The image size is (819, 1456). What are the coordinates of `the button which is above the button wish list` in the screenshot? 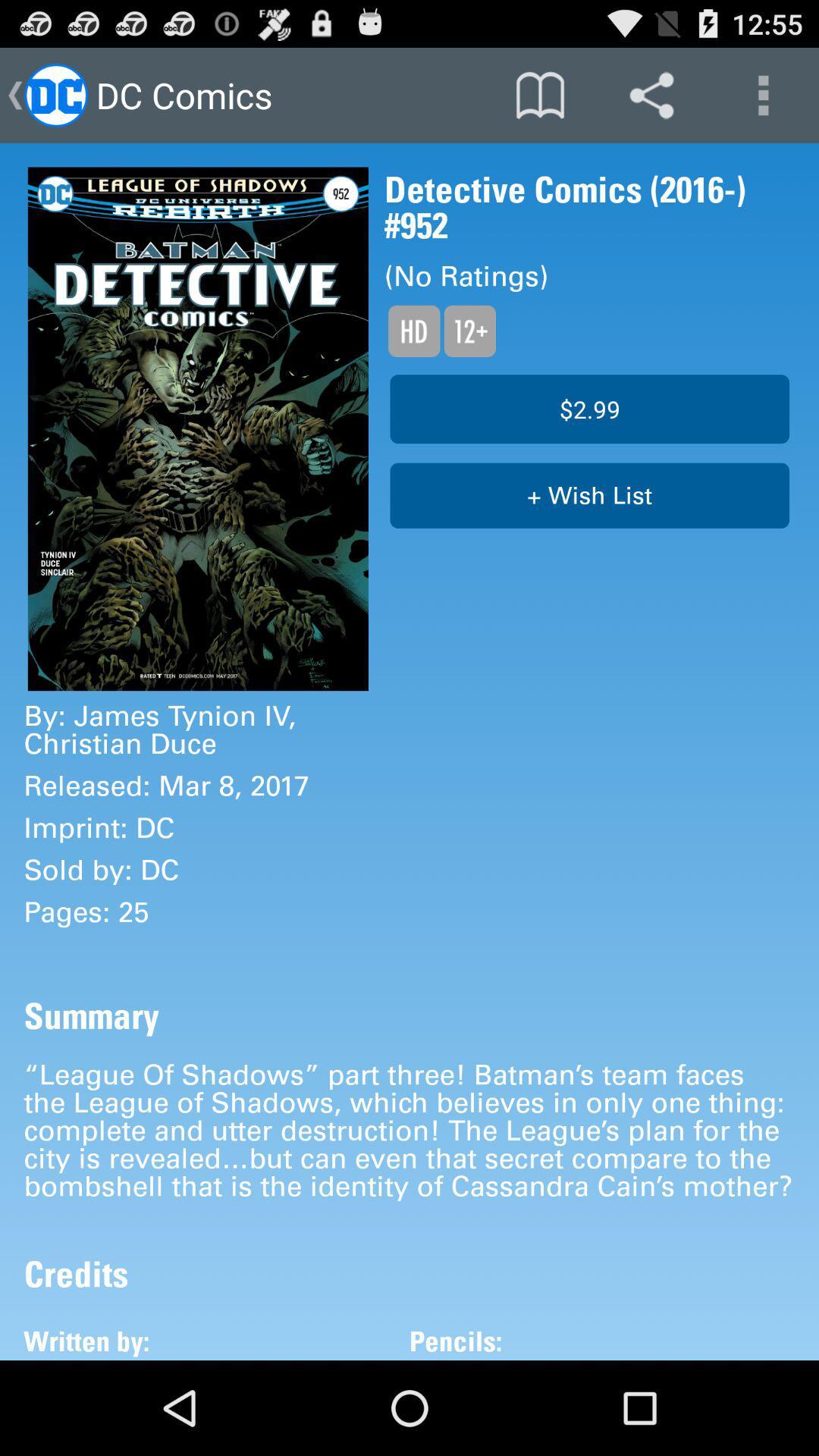 It's located at (589, 413).